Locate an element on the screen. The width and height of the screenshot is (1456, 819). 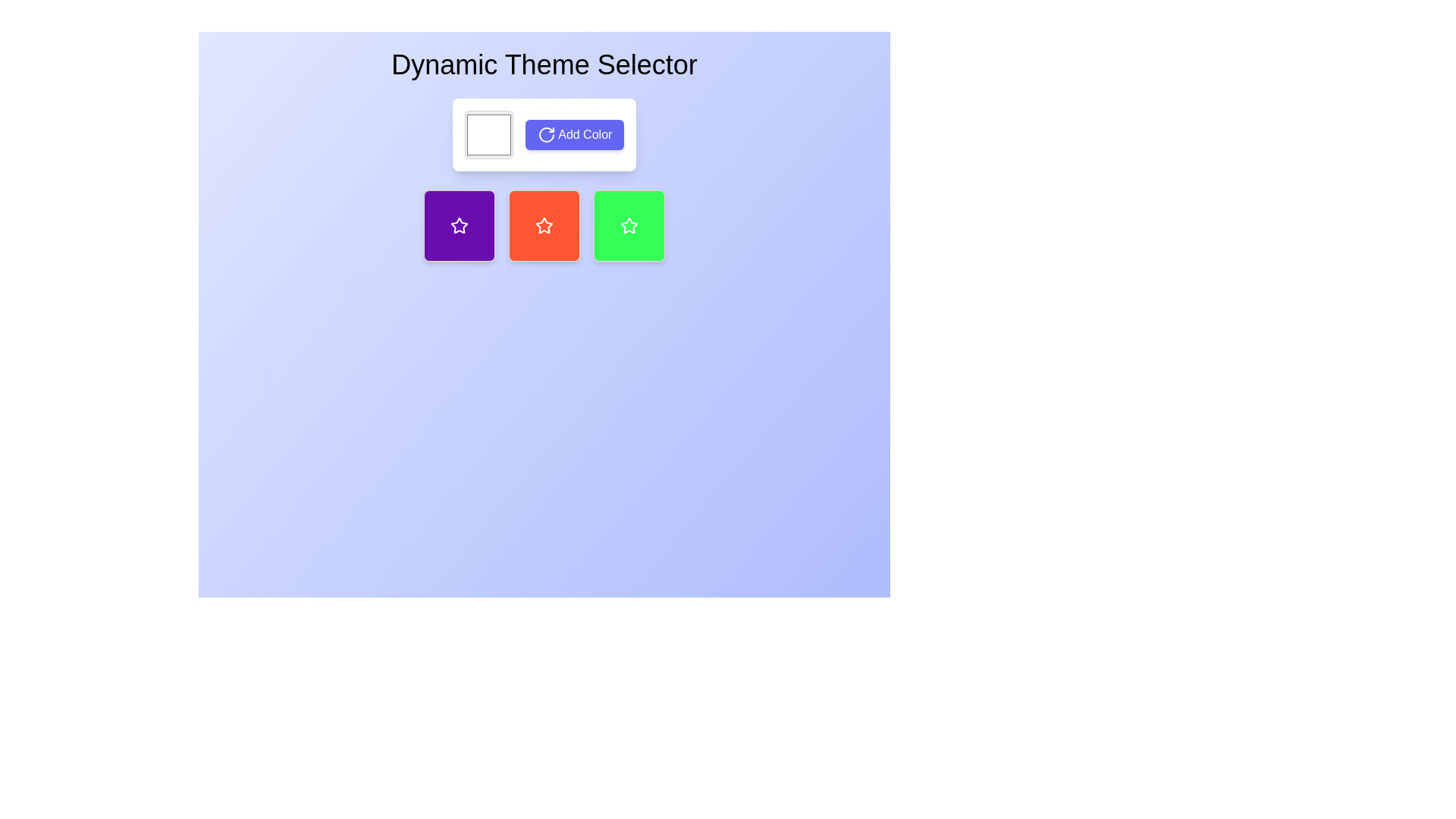
the white star icon located in the vibrant green square box on the far right of the row beneath the 'Dynamic Theme Selector' text is located at coordinates (629, 225).